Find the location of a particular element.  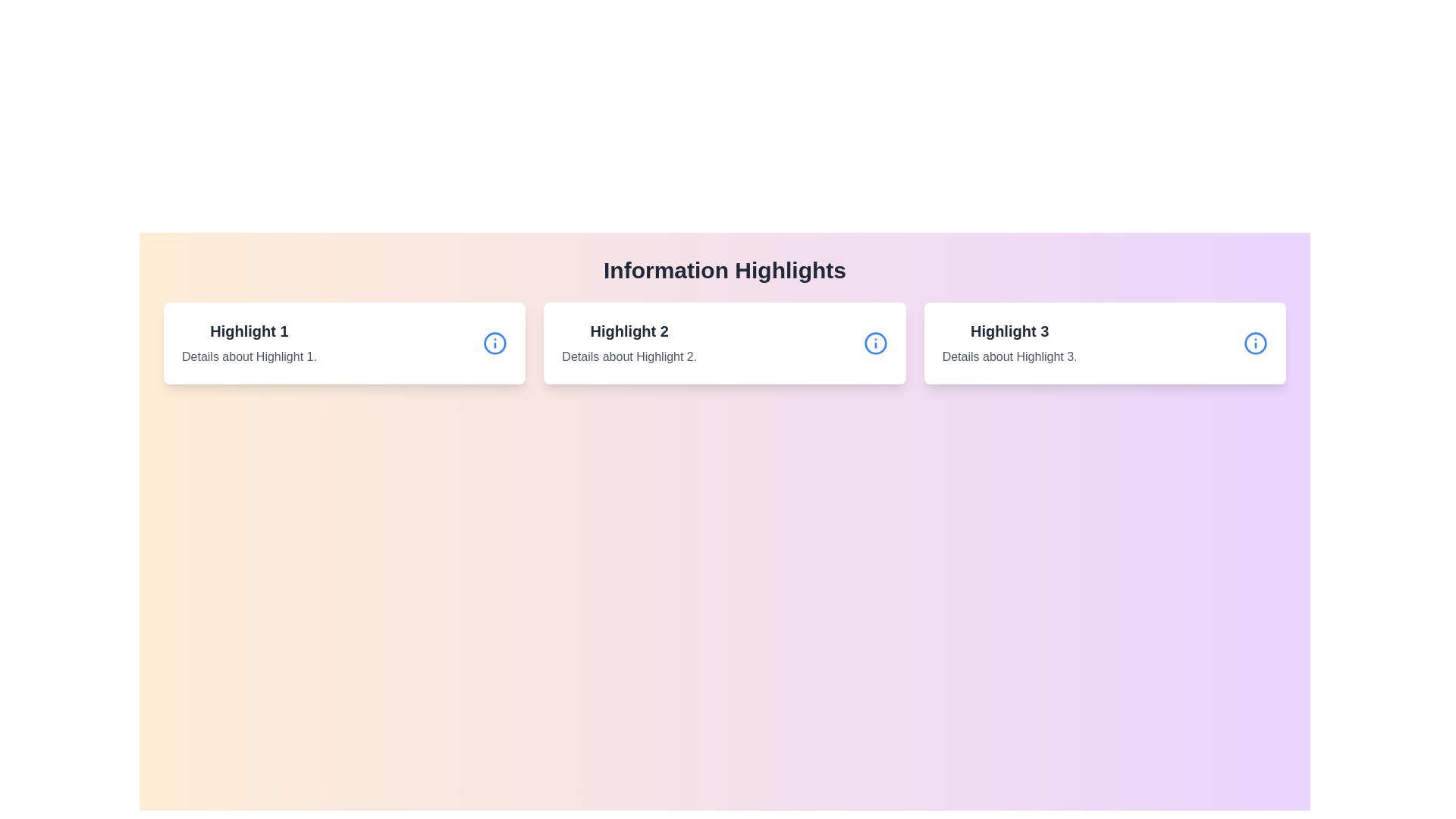

the text label displaying 'Highlight 1' in bold, large font located at the top of the leftmost card in a series of three cards is located at coordinates (249, 330).